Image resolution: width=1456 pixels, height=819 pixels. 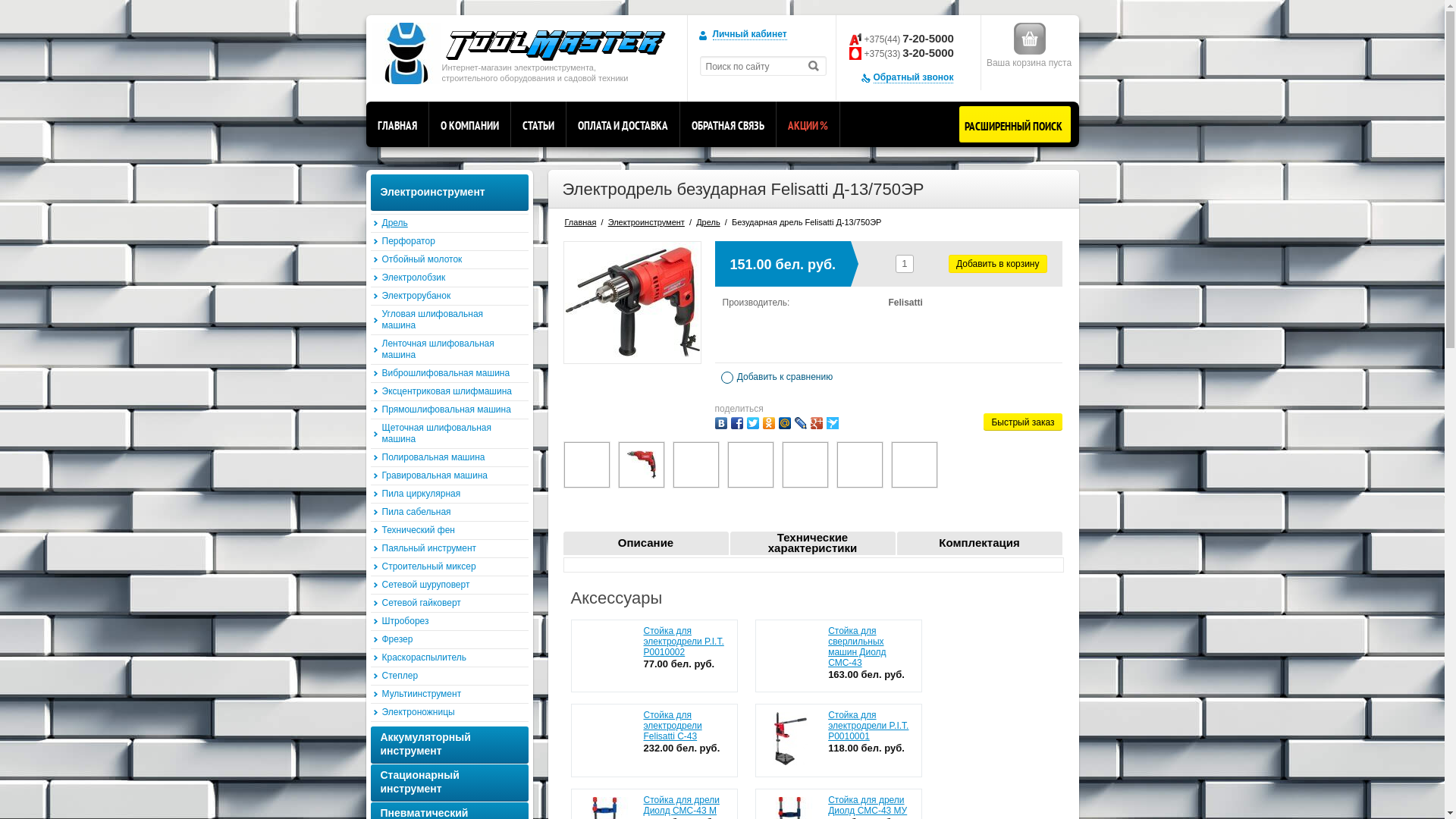 I want to click on 'Google Plus', so click(x=814, y=423).